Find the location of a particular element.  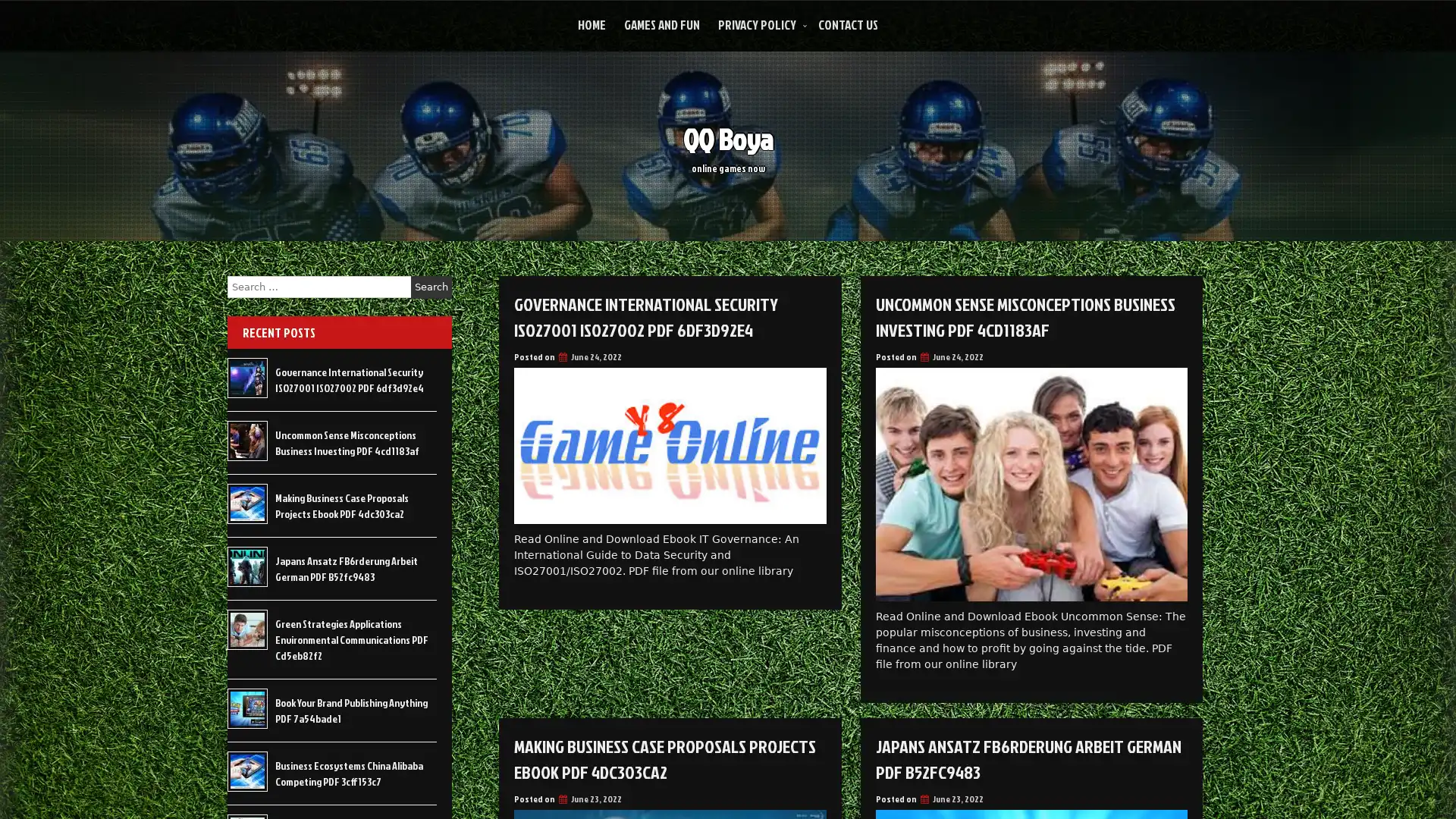

Search is located at coordinates (431, 287).